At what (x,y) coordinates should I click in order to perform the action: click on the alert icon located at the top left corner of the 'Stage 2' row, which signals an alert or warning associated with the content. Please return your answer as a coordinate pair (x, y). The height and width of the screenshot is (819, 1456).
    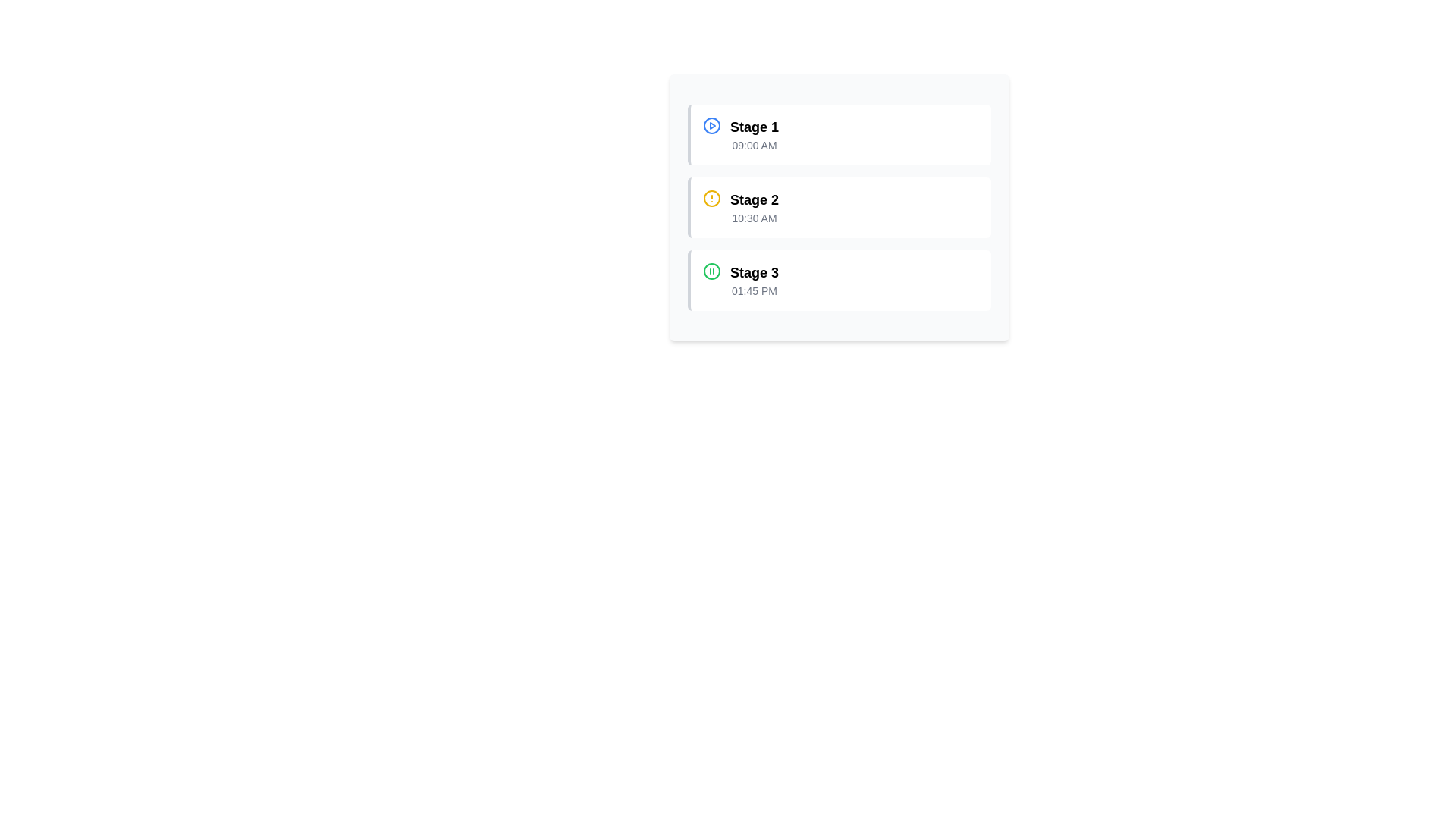
    Looking at the image, I should click on (711, 198).